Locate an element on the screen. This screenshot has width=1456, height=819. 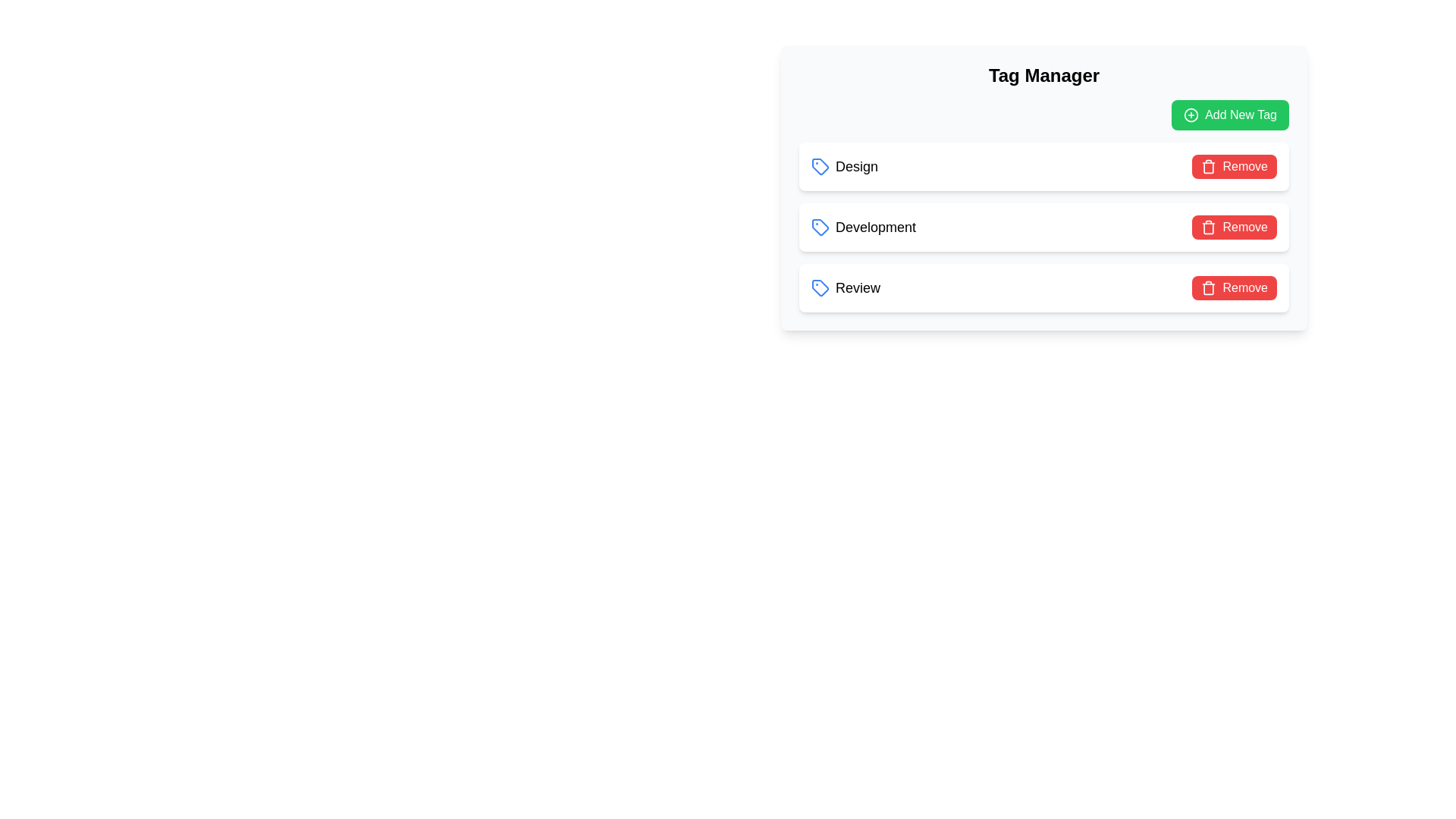
the text 'Review' in the Row containing the 'Remove' button to copy or edit it is located at coordinates (1043, 288).